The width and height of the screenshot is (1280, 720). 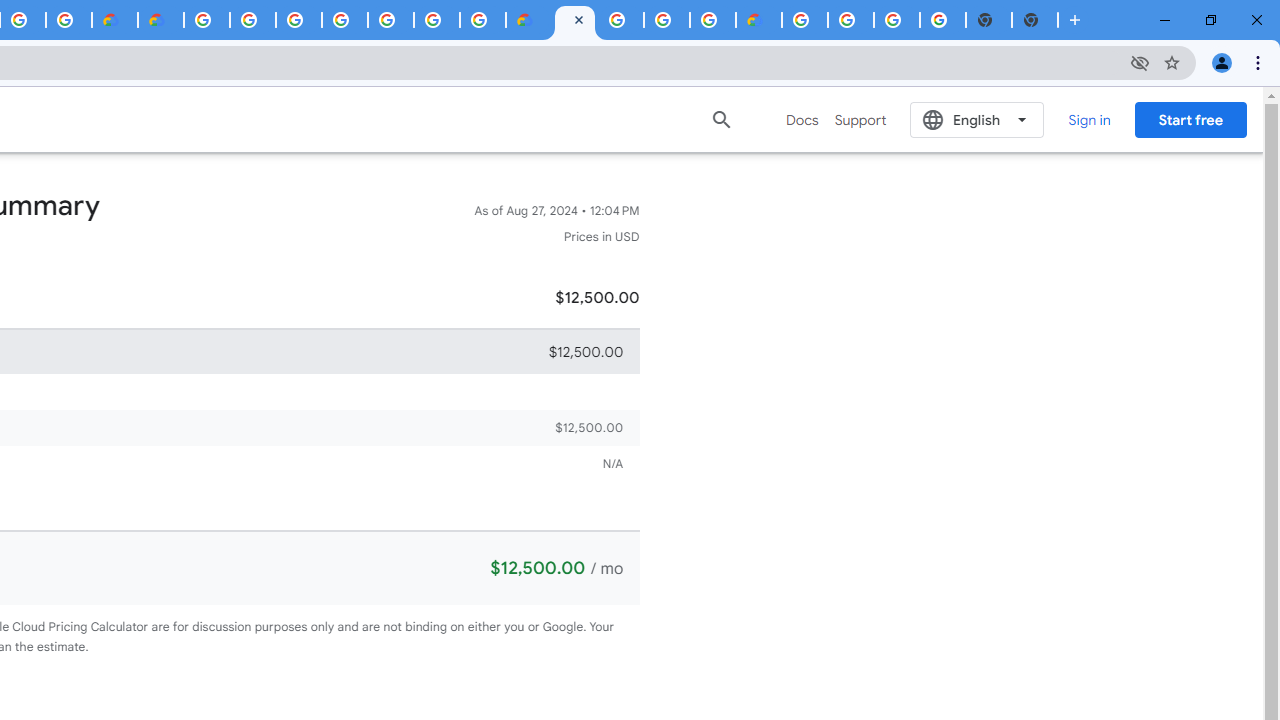 What do you see at coordinates (207, 20) in the screenshot?
I see `'Google Cloud Platform'` at bounding box center [207, 20].